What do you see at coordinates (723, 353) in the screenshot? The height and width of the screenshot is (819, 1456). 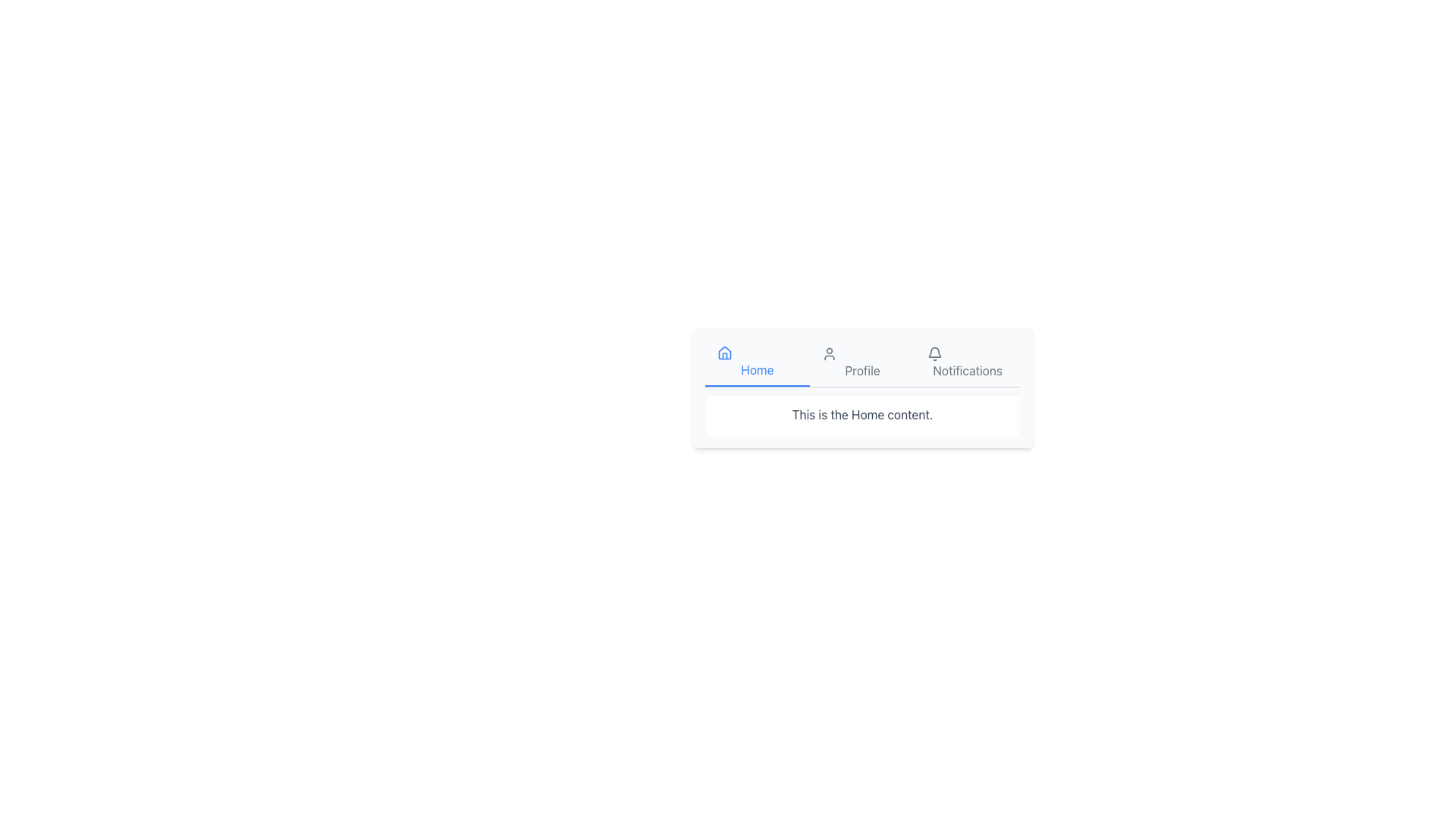 I see `the 'Home' icon in the navigation bar` at bounding box center [723, 353].